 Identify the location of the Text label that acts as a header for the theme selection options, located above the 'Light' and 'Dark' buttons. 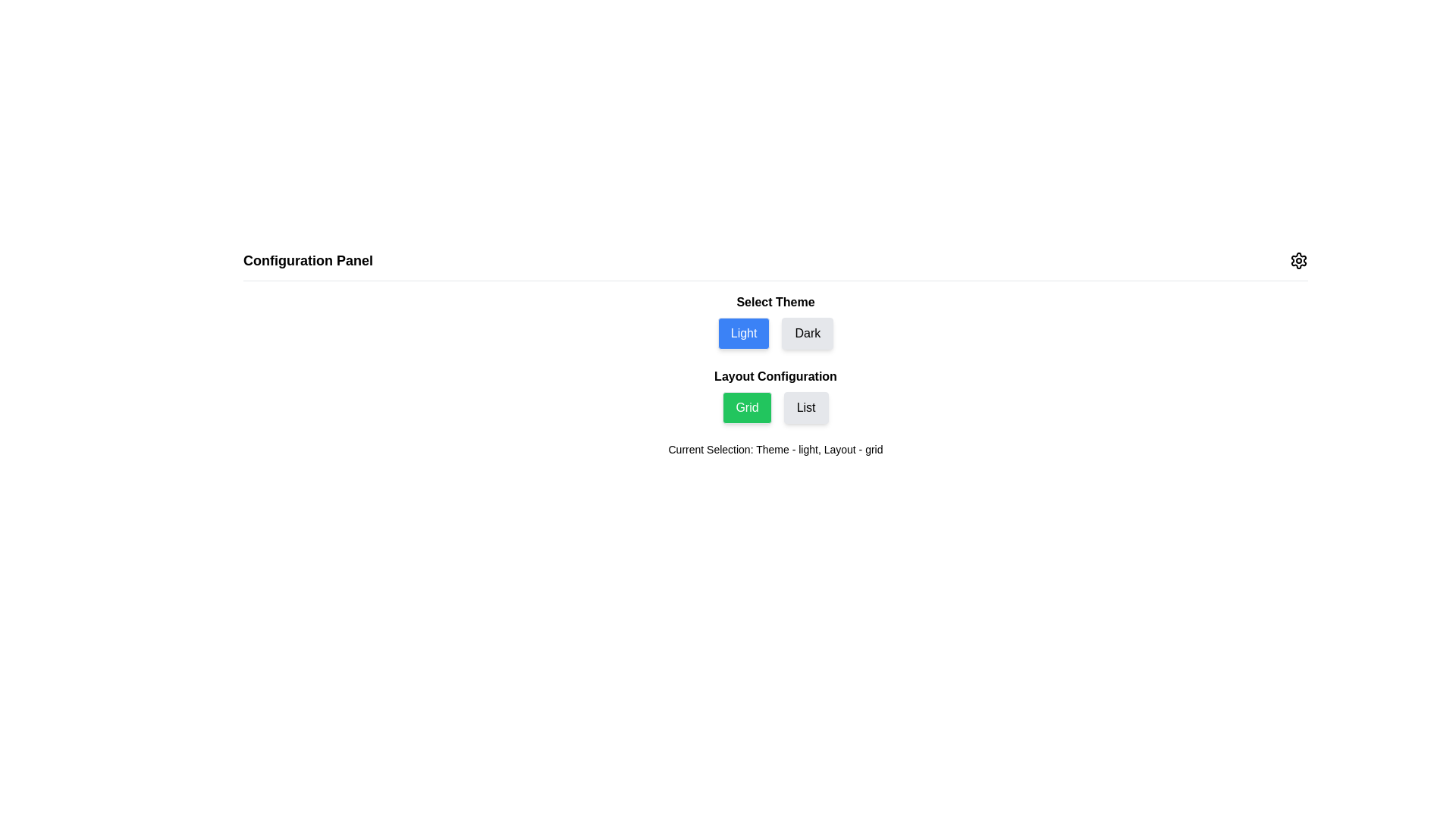
(775, 302).